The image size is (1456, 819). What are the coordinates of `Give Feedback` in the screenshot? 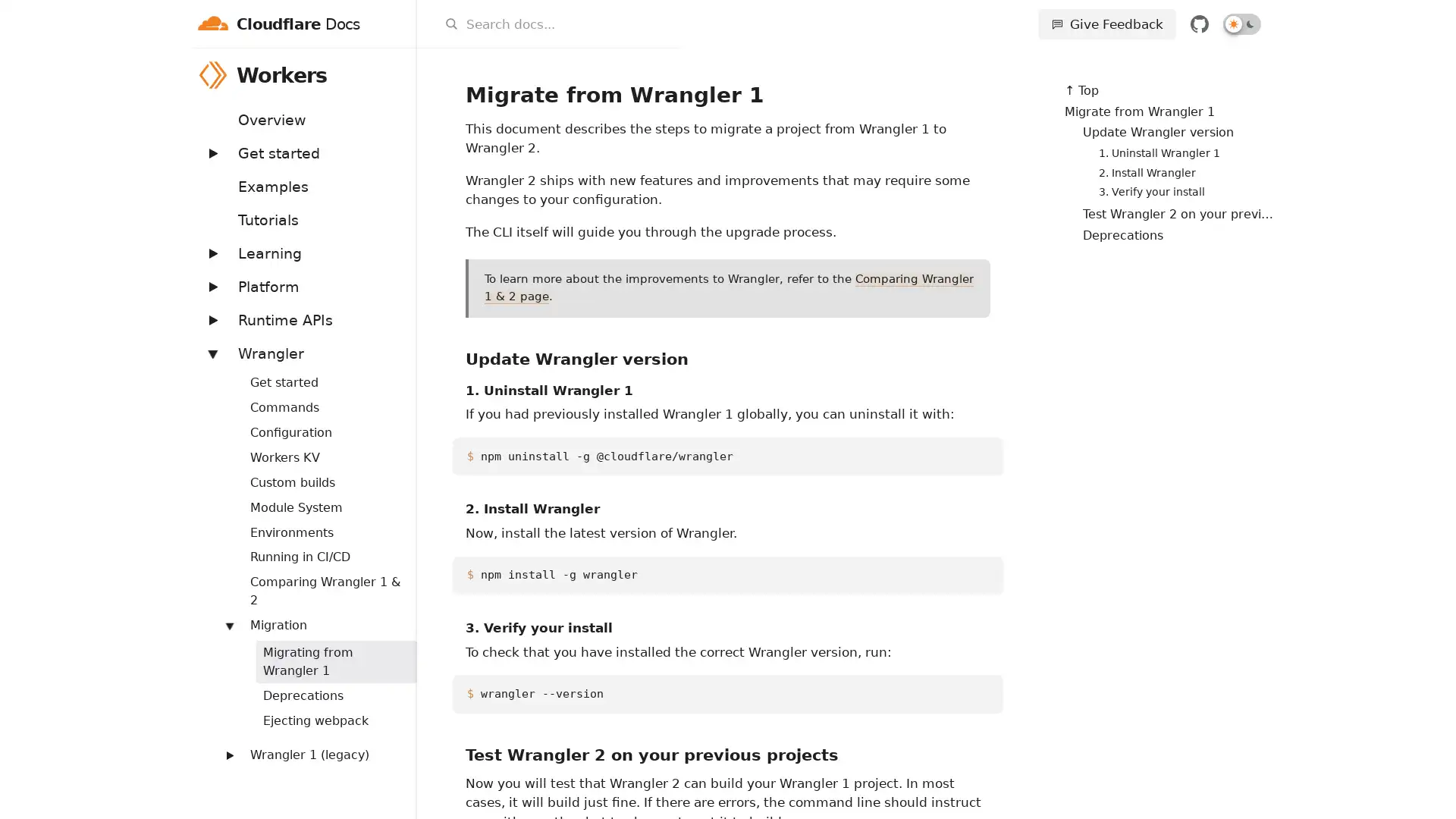 It's located at (1106, 24).